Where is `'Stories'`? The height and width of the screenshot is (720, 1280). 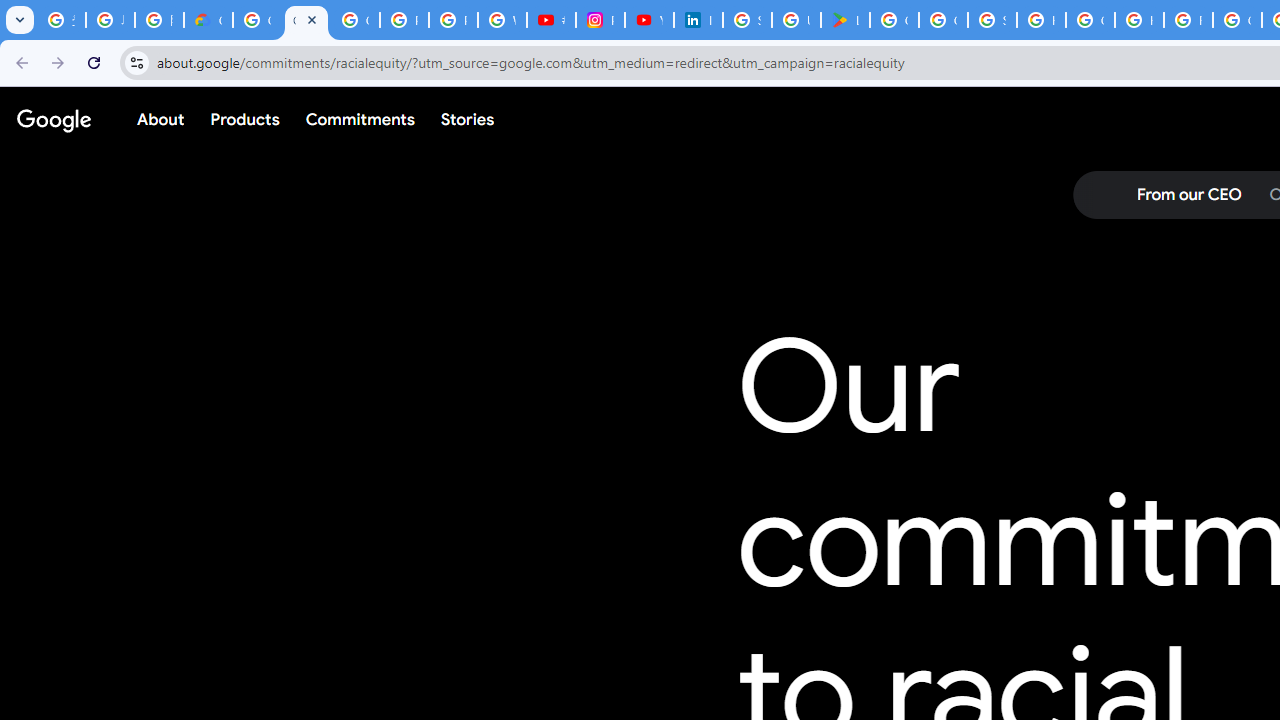
'Stories' is located at coordinates (466, 119).